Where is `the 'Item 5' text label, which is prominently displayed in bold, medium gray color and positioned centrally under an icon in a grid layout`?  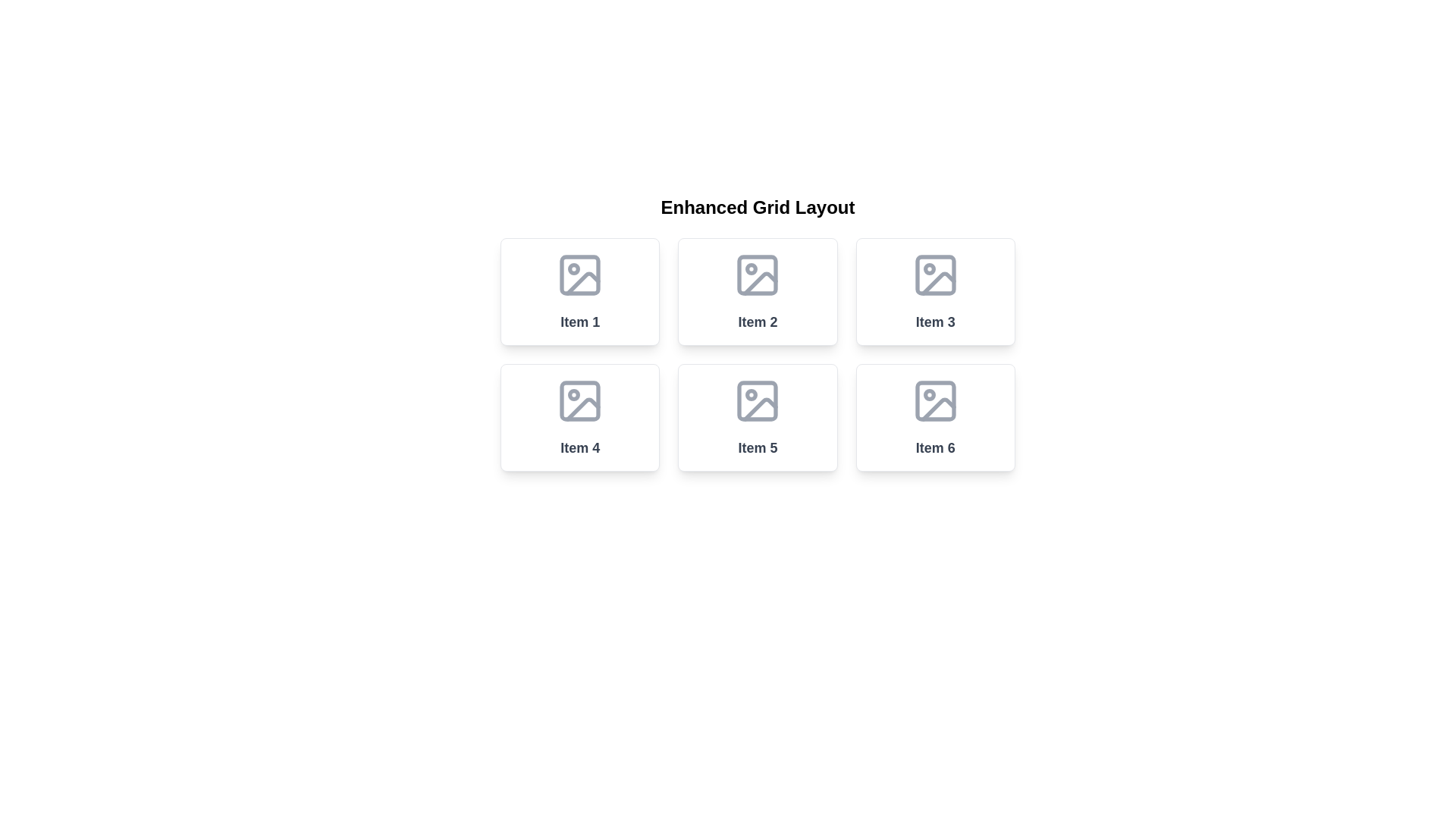 the 'Item 5' text label, which is prominently displayed in bold, medium gray color and positioned centrally under an icon in a grid layout is located at coordinates (758, 447).